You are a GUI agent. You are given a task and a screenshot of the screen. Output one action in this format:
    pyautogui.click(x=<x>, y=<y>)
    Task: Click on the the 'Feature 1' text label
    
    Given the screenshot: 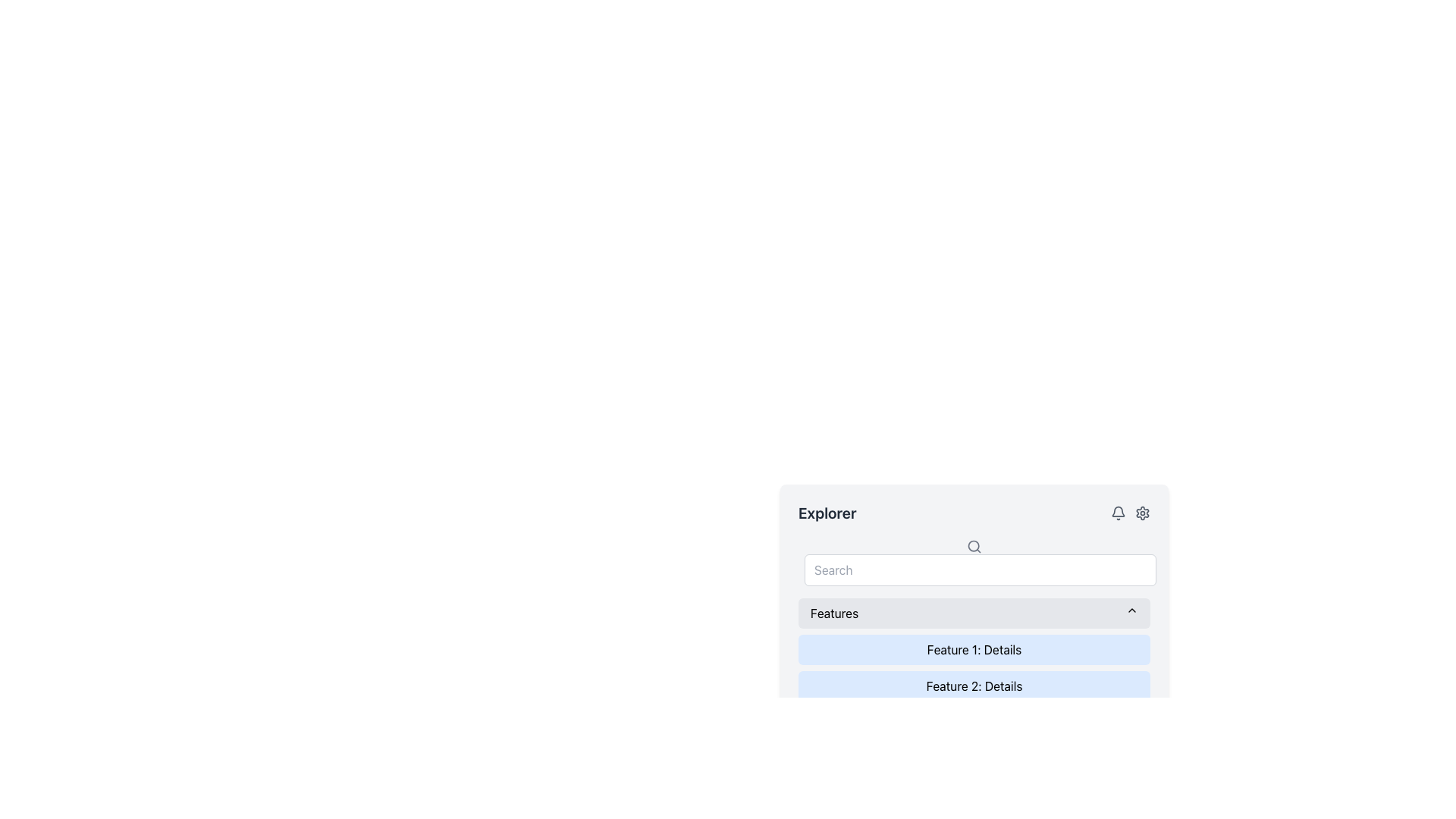 What is the action you would take?
    pyautogui.click(x=974, y=648)
    